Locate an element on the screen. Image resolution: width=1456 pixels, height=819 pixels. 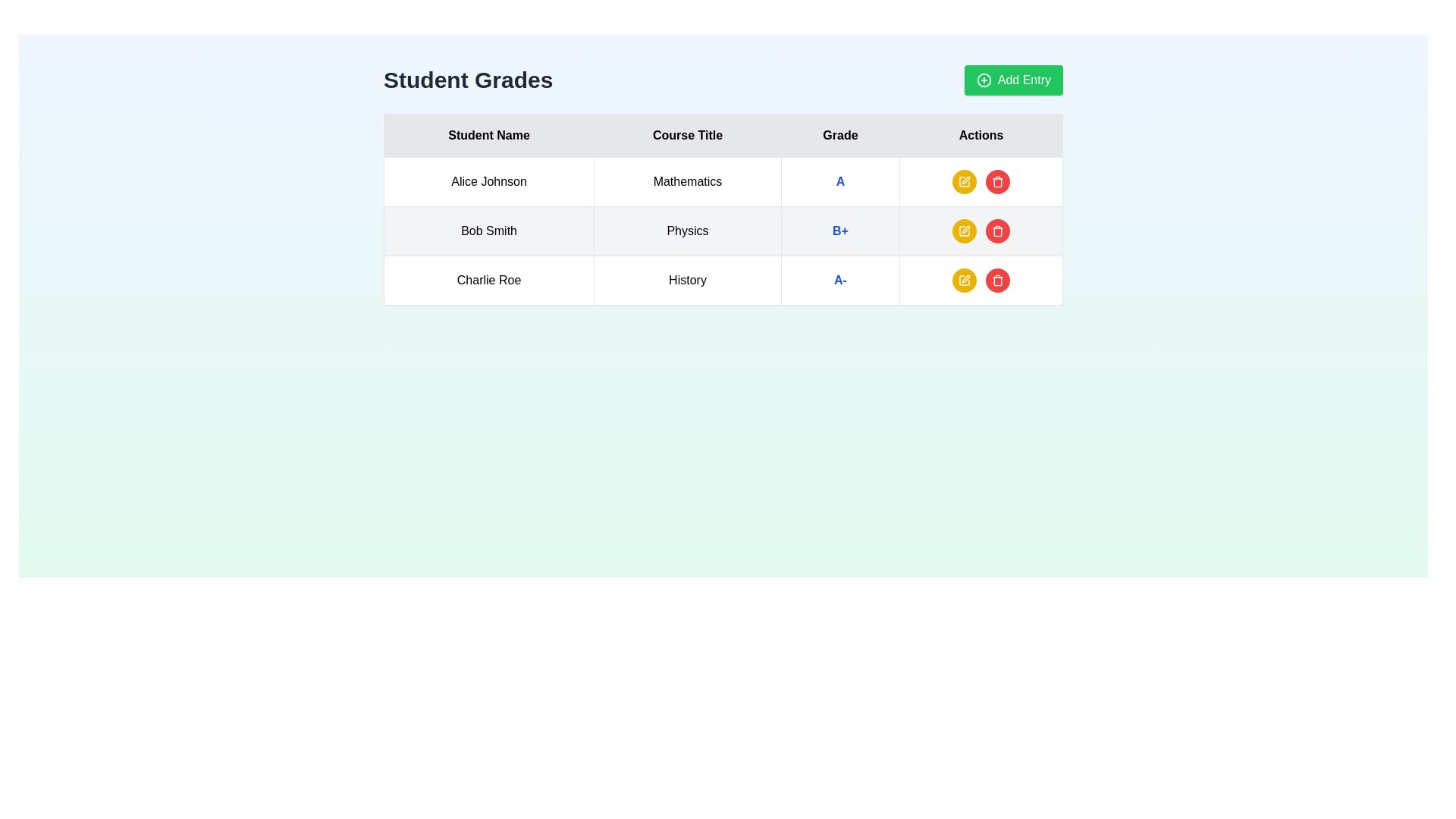
the yellow circular icon representing an editing action for the 'Physics' row under the 'Actions' column in the table is located at coordinates (964, 231).